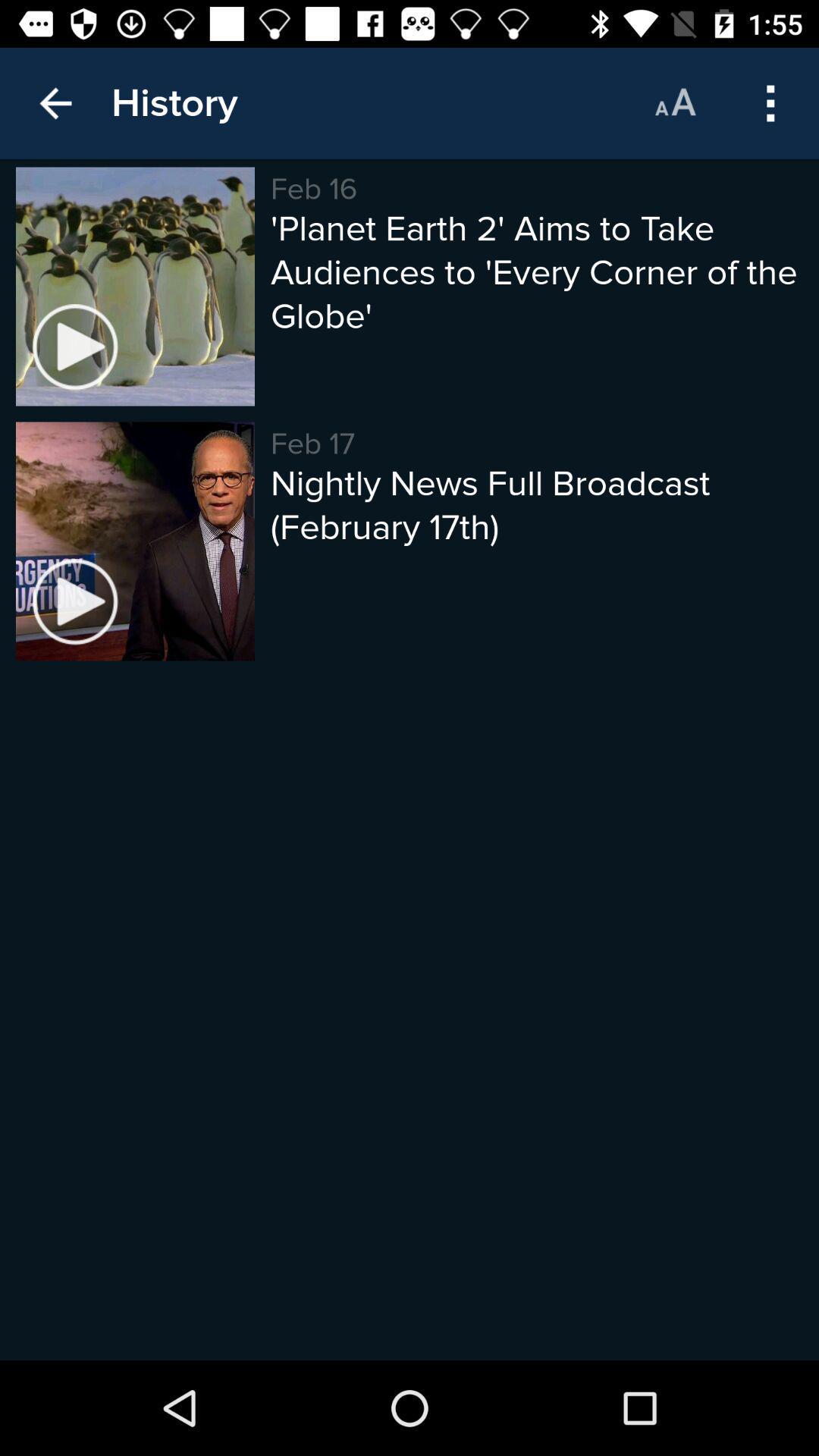 The height and width of the screenshot is (1456, 819). Describe the element at coordinates (174, 102) in the screenshot. I see `the item to the left of feb 16 item` at that location.